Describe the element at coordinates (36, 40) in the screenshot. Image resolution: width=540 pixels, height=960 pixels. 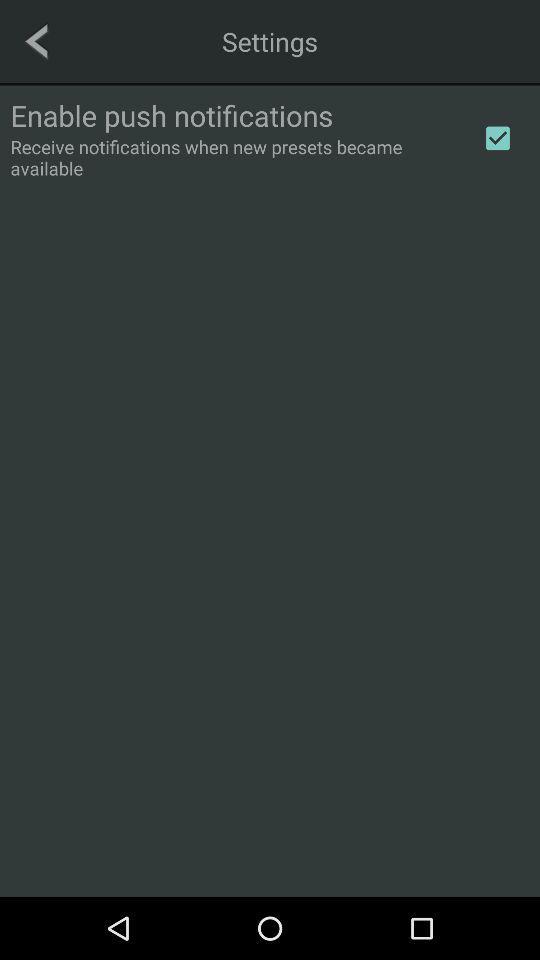
I see `the icon next to the settings item` at that location.